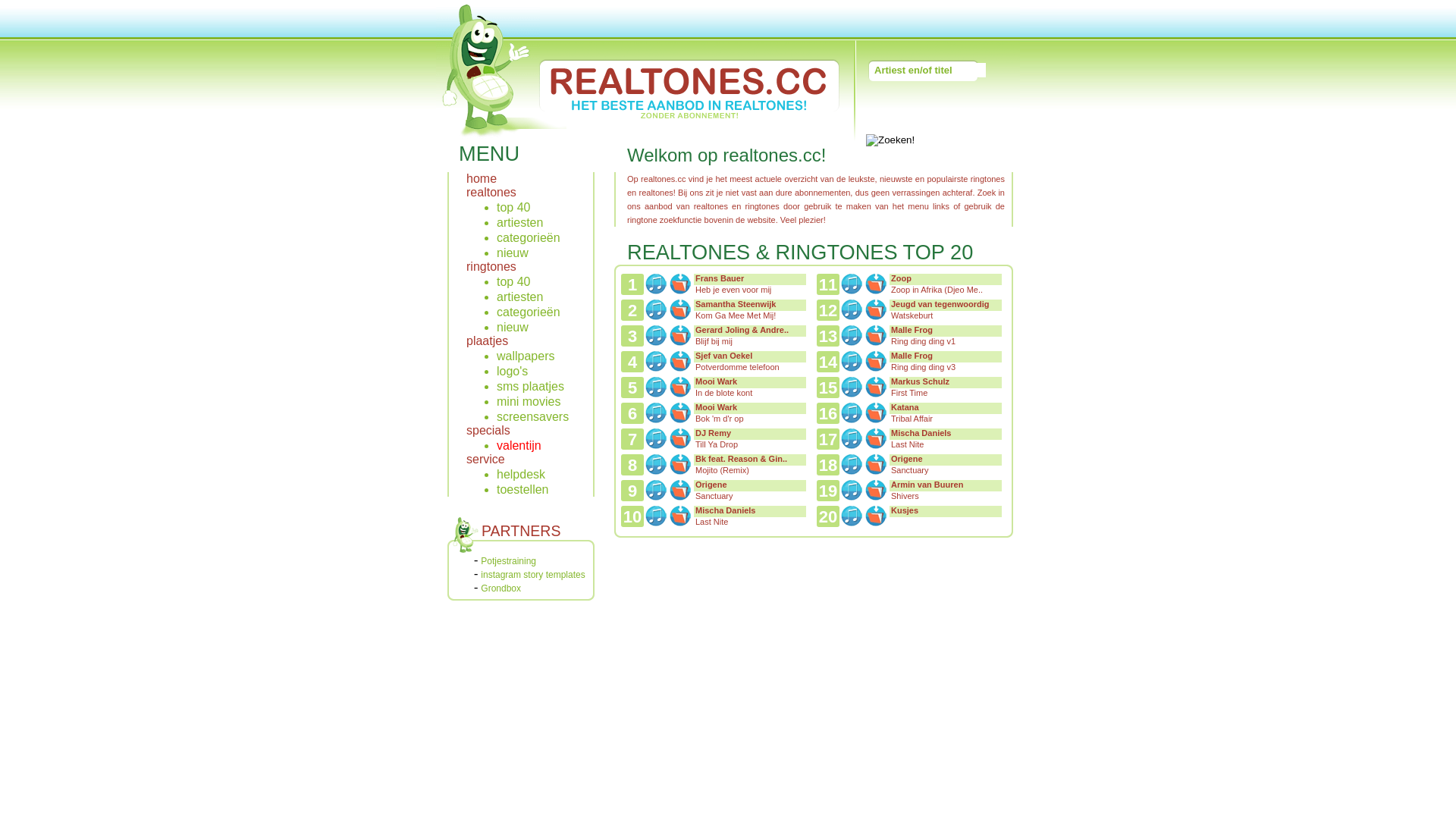 The height and width of the screenshot is (819, 1456). I want to click on 'realtones', so click(465, 191).